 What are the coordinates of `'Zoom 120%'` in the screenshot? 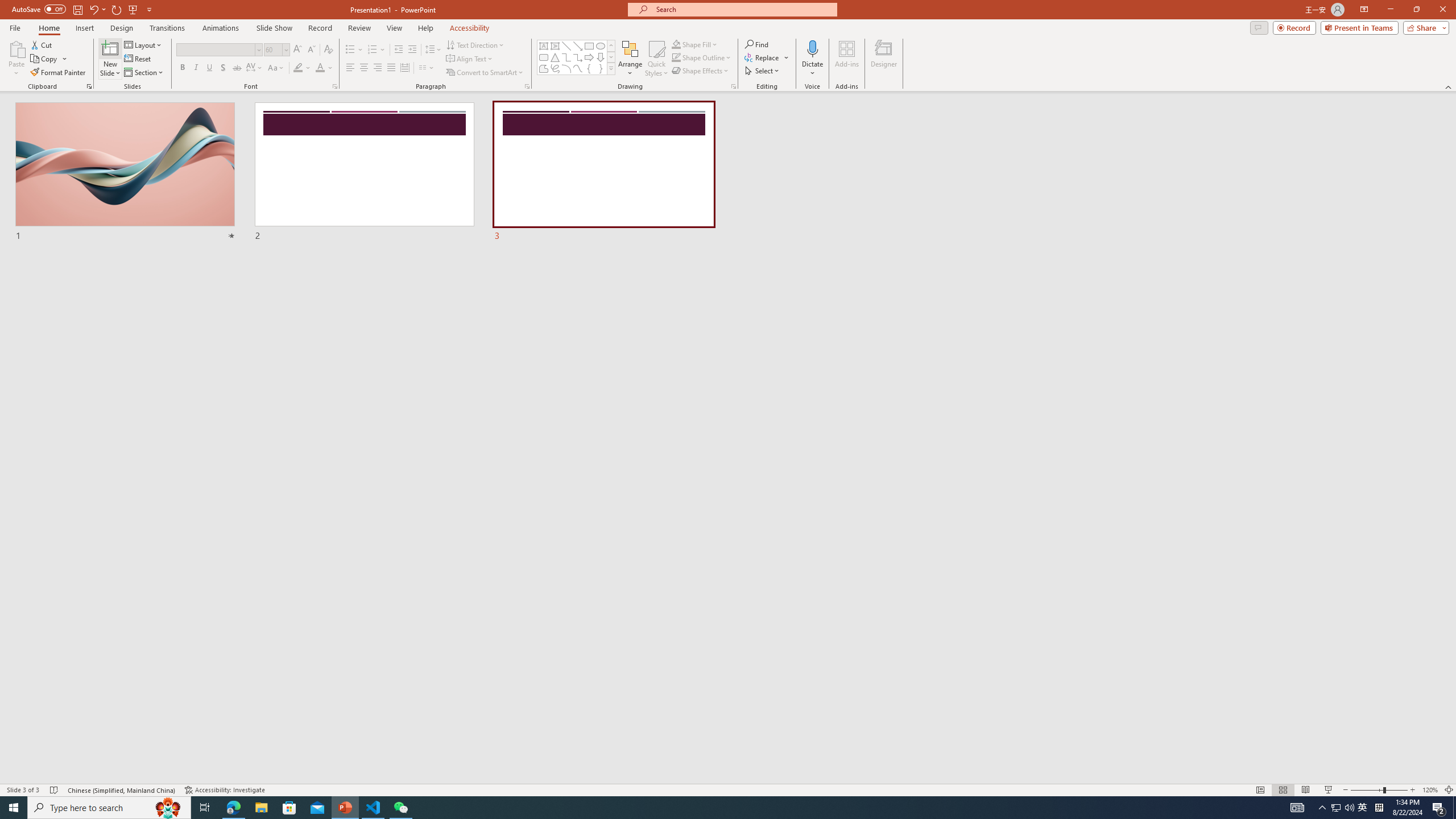 It's located at (1430, 790).